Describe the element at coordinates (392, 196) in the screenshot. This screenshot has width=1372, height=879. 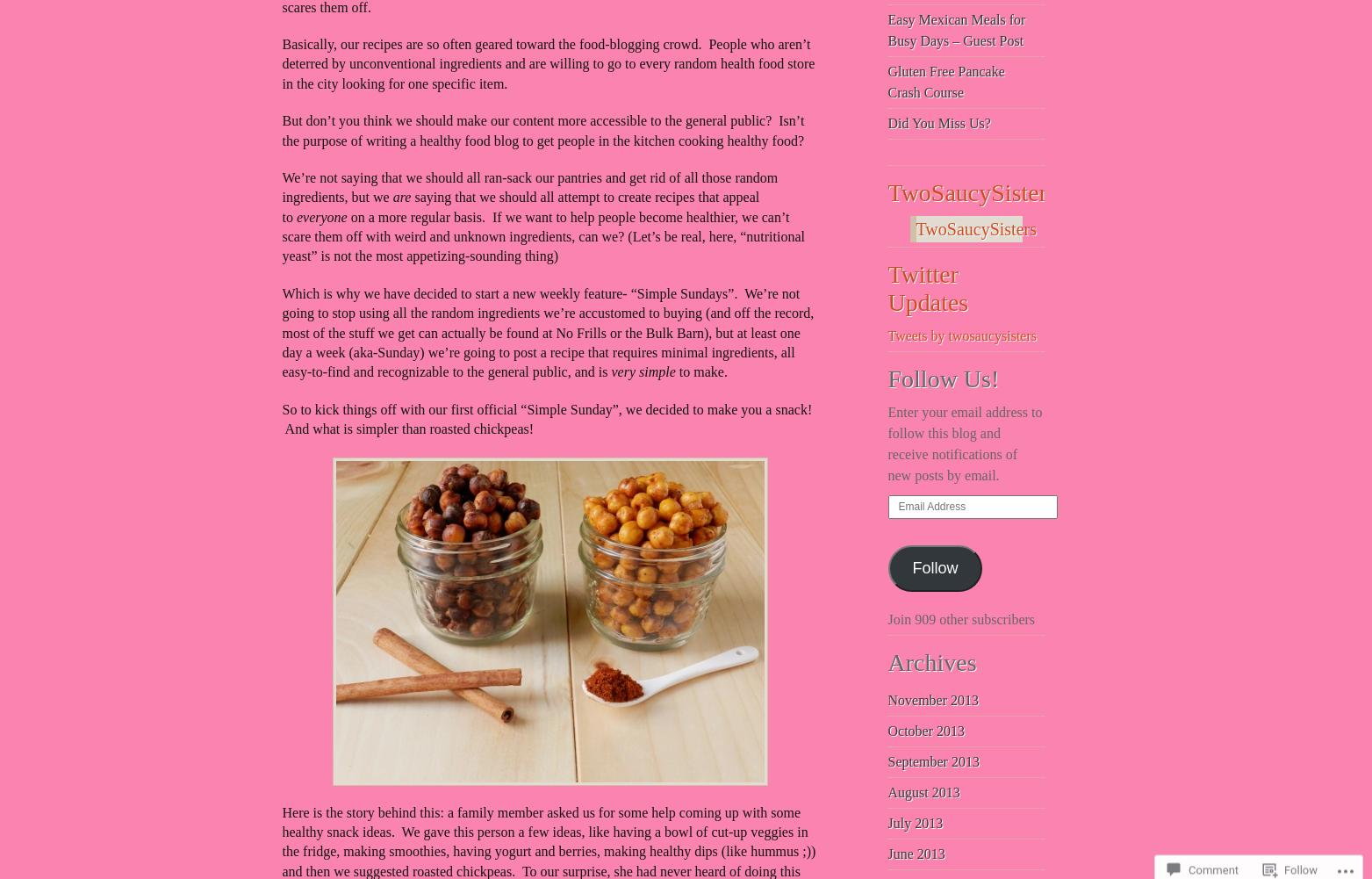
I see `'are'` at that location.